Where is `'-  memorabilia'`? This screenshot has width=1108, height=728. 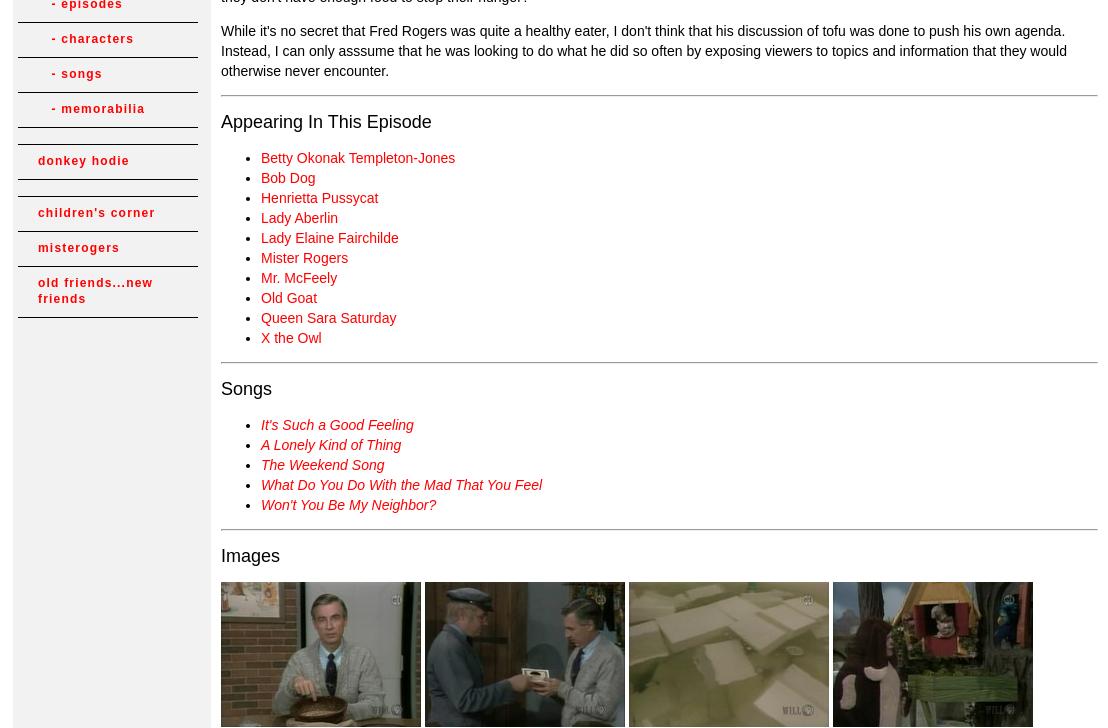
'-  memorabilia' is located at coordinates (90, 108).